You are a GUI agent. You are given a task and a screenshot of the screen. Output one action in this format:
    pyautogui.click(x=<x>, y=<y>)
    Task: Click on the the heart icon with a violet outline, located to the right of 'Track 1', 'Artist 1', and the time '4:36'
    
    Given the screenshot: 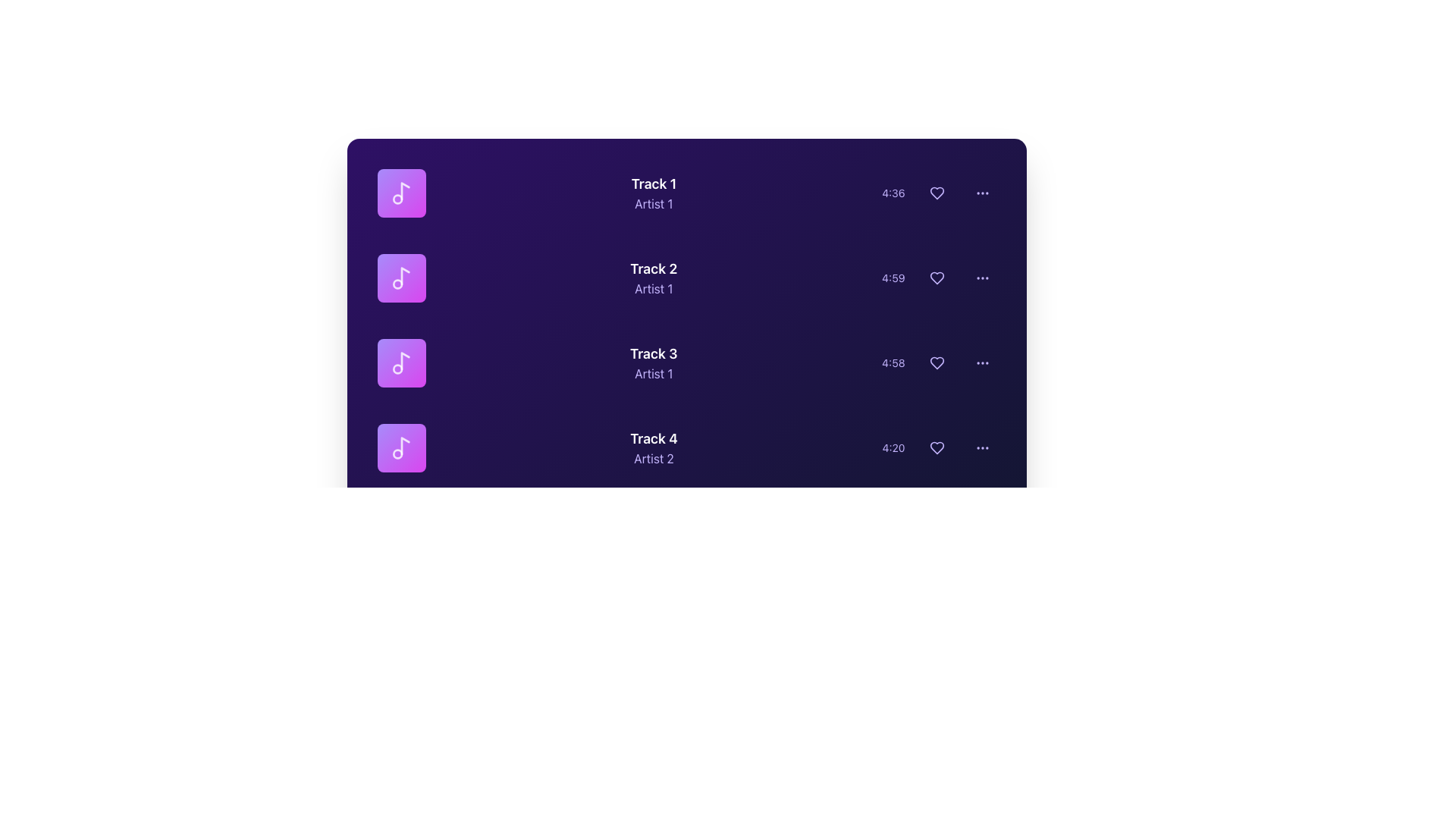 What is the action you would take?
    pyautogui.click(x=936, y=192)
    